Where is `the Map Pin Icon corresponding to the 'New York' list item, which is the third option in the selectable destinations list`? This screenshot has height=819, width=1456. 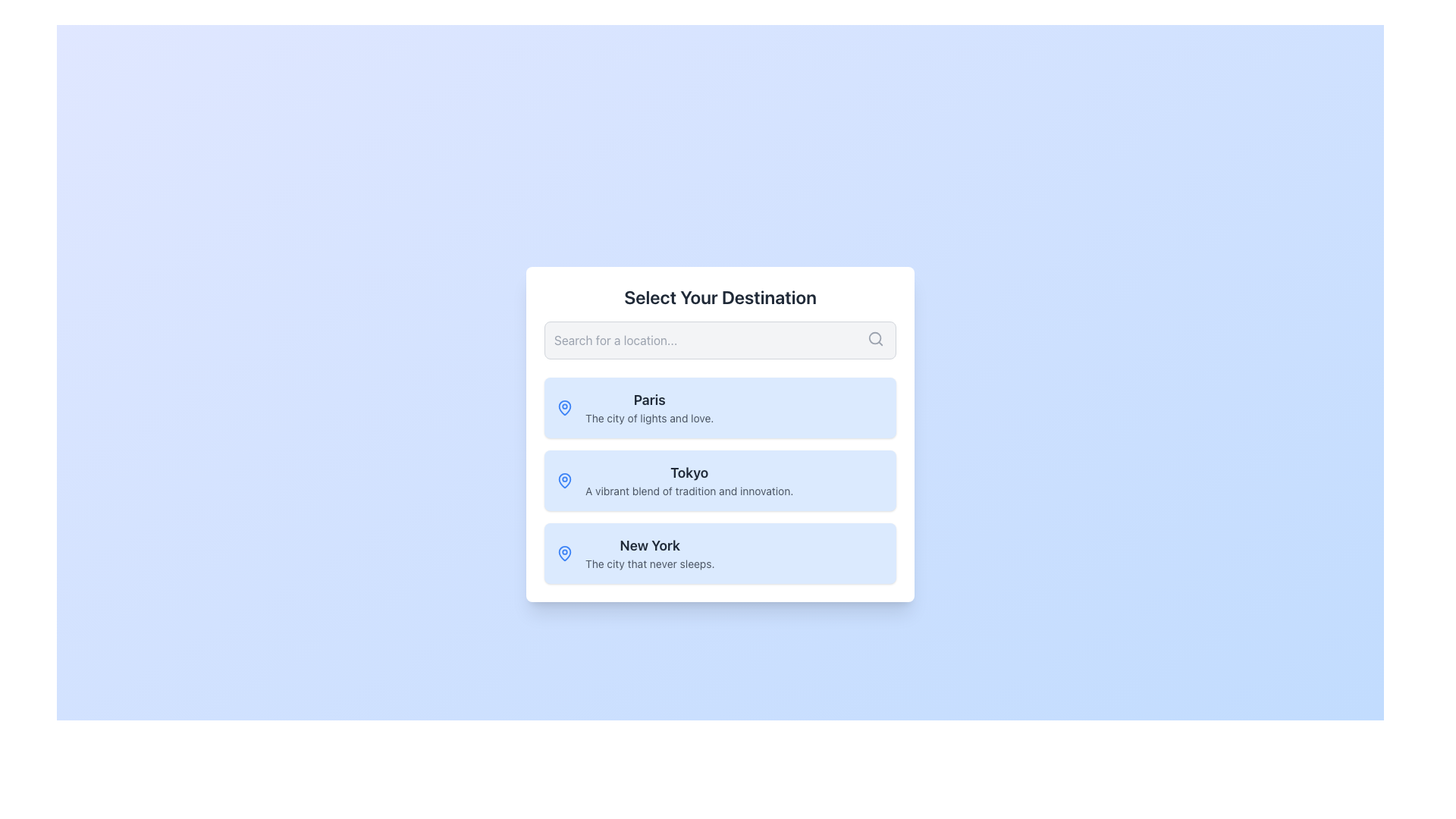 the Map Pin Icon corresponding to the 'New York' list item, which is the third option in the selectable destinations list is located at coordinates (563, 553).